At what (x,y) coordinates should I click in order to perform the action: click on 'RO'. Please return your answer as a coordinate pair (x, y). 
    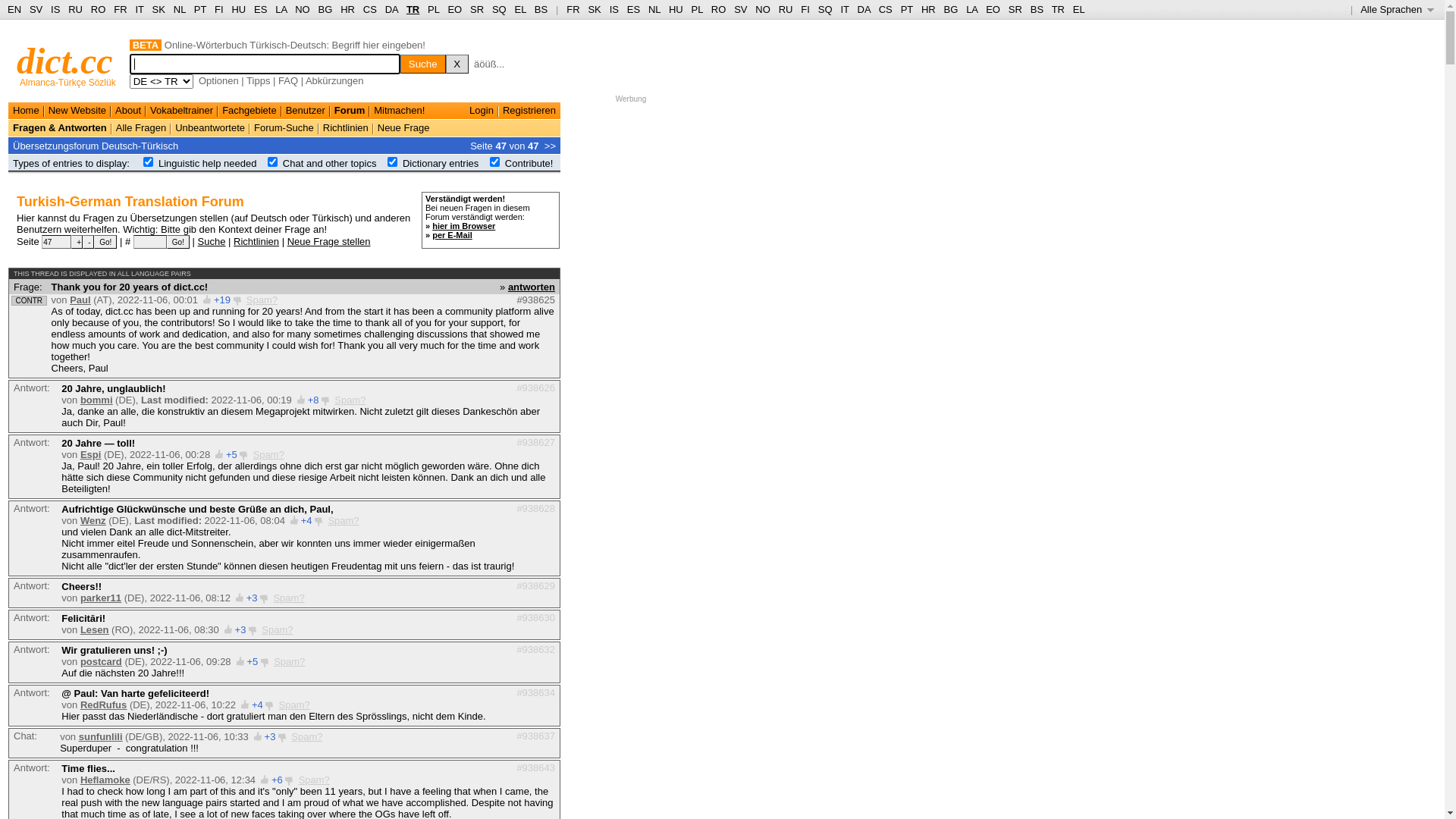
    Looking at the image, I should click on (97, 9).